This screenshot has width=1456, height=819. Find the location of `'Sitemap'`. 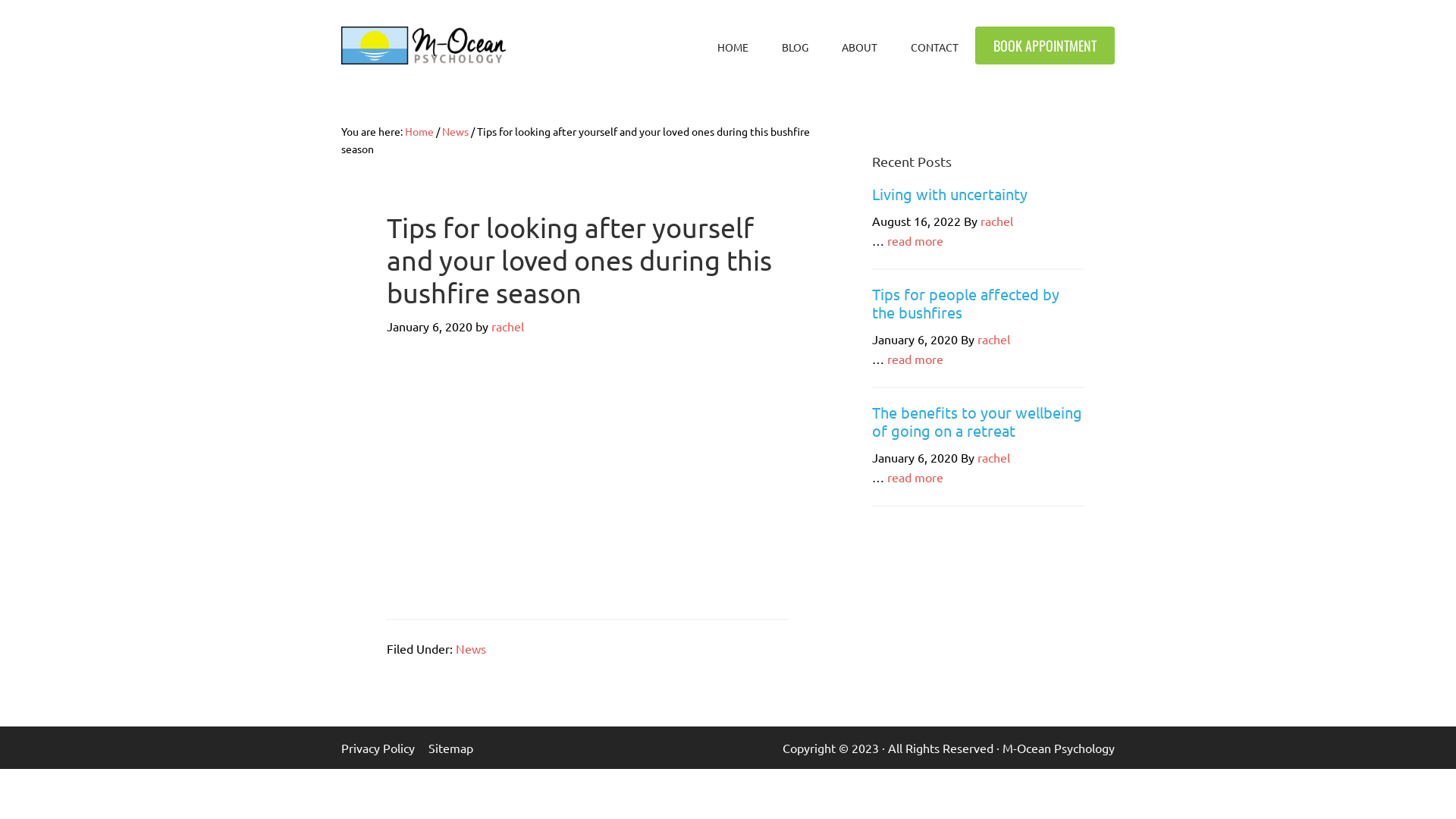

'Sitemap' is located at coordinates (457, 747).